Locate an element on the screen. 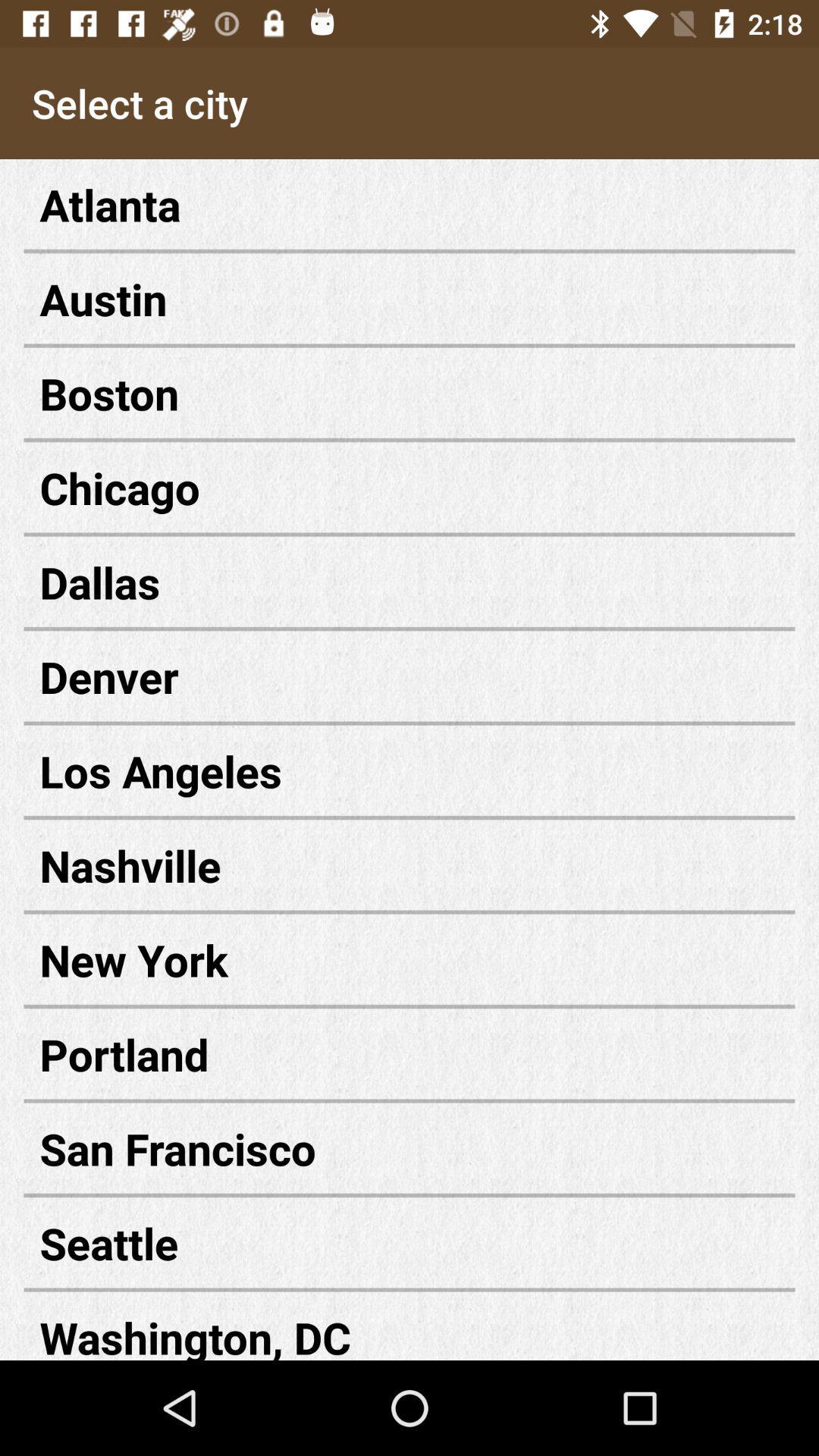 This screenshot has height=1456, width=819. nashville icon is located at coordinates (409, 865).